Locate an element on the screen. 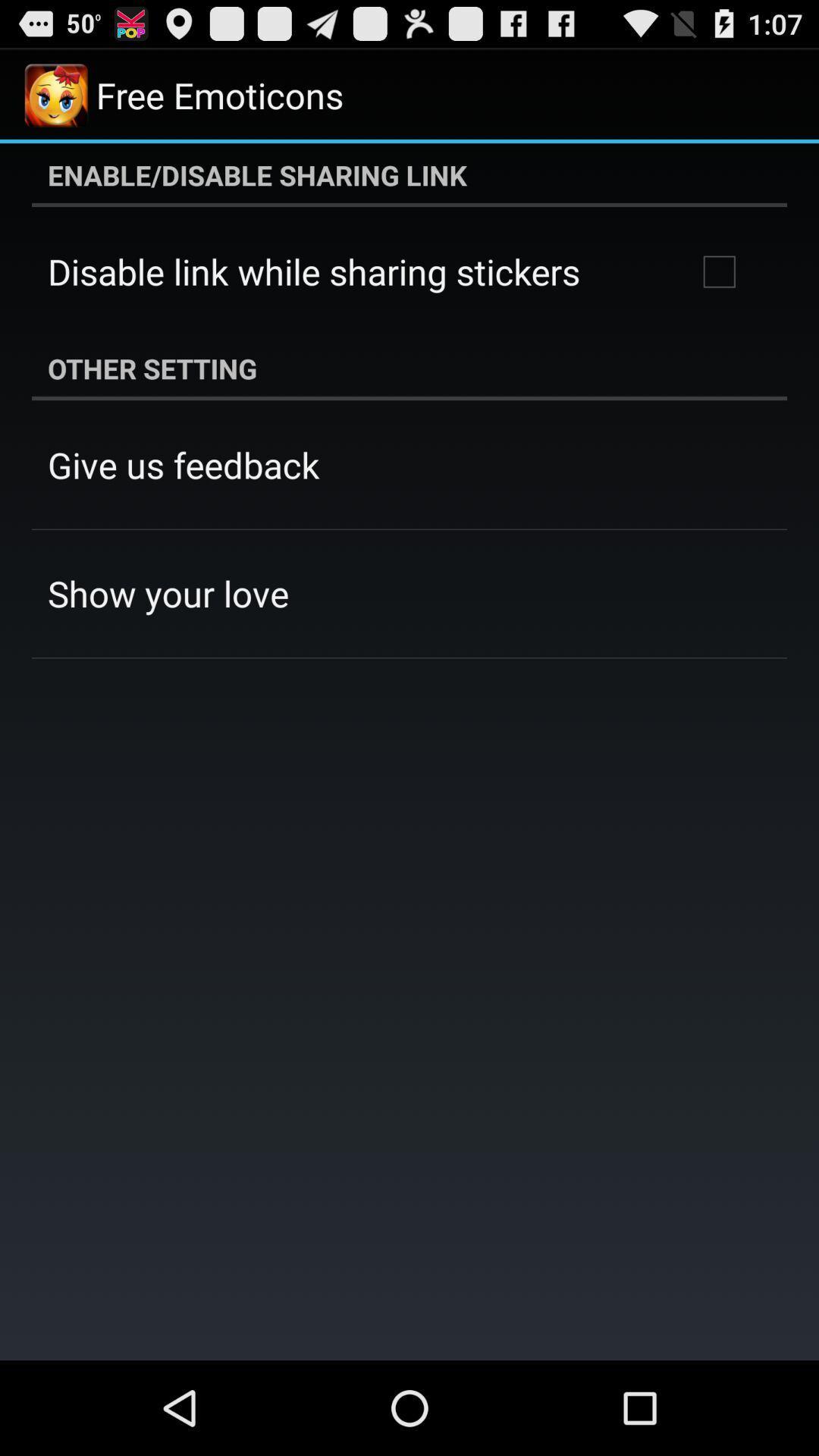 The width and height of the screenshot is (819, 1456). app next to the disable link while is located at coordinates (718, 271).